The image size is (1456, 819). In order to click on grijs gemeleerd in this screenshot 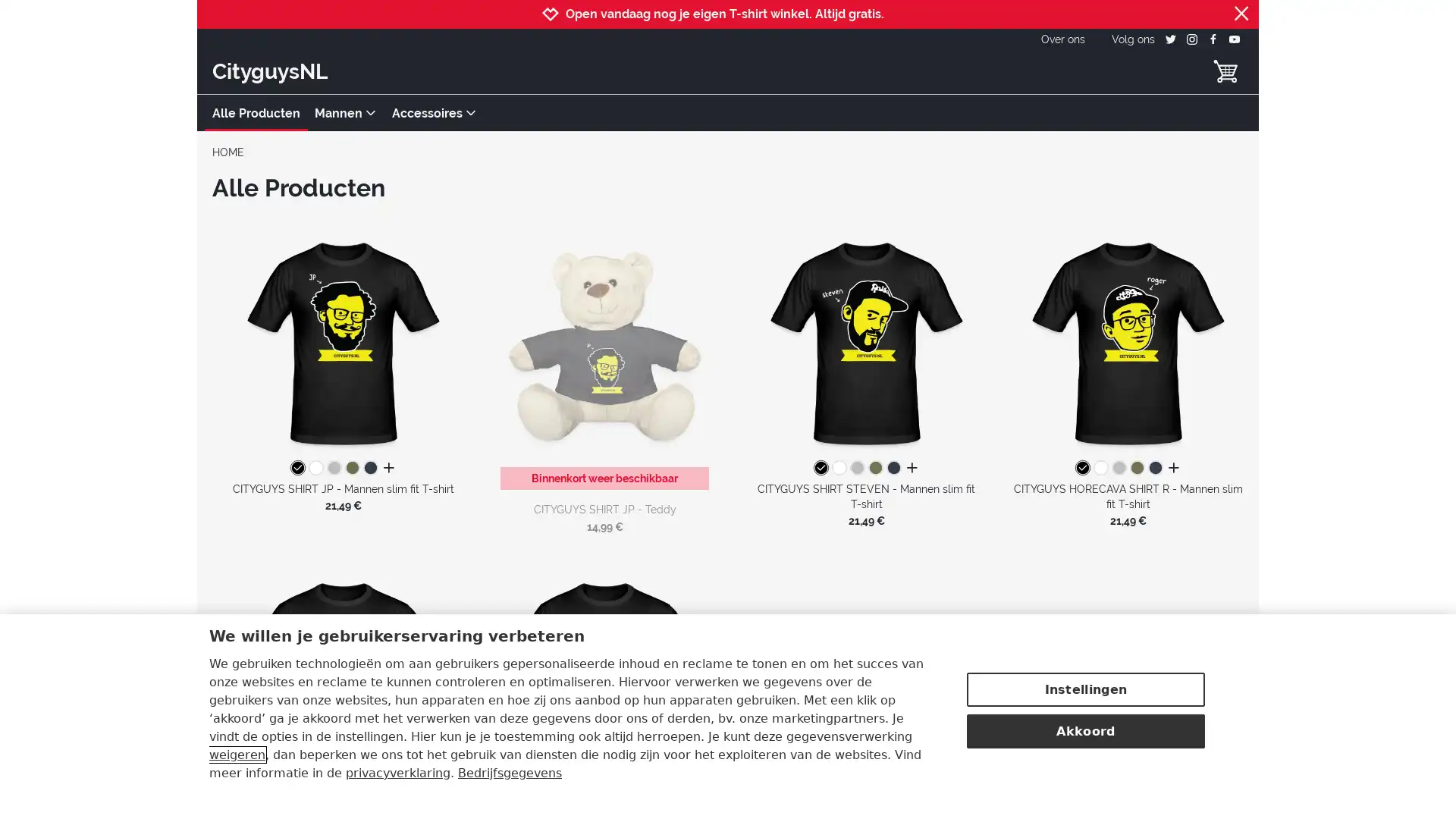, I will do `click(856, 468)`.